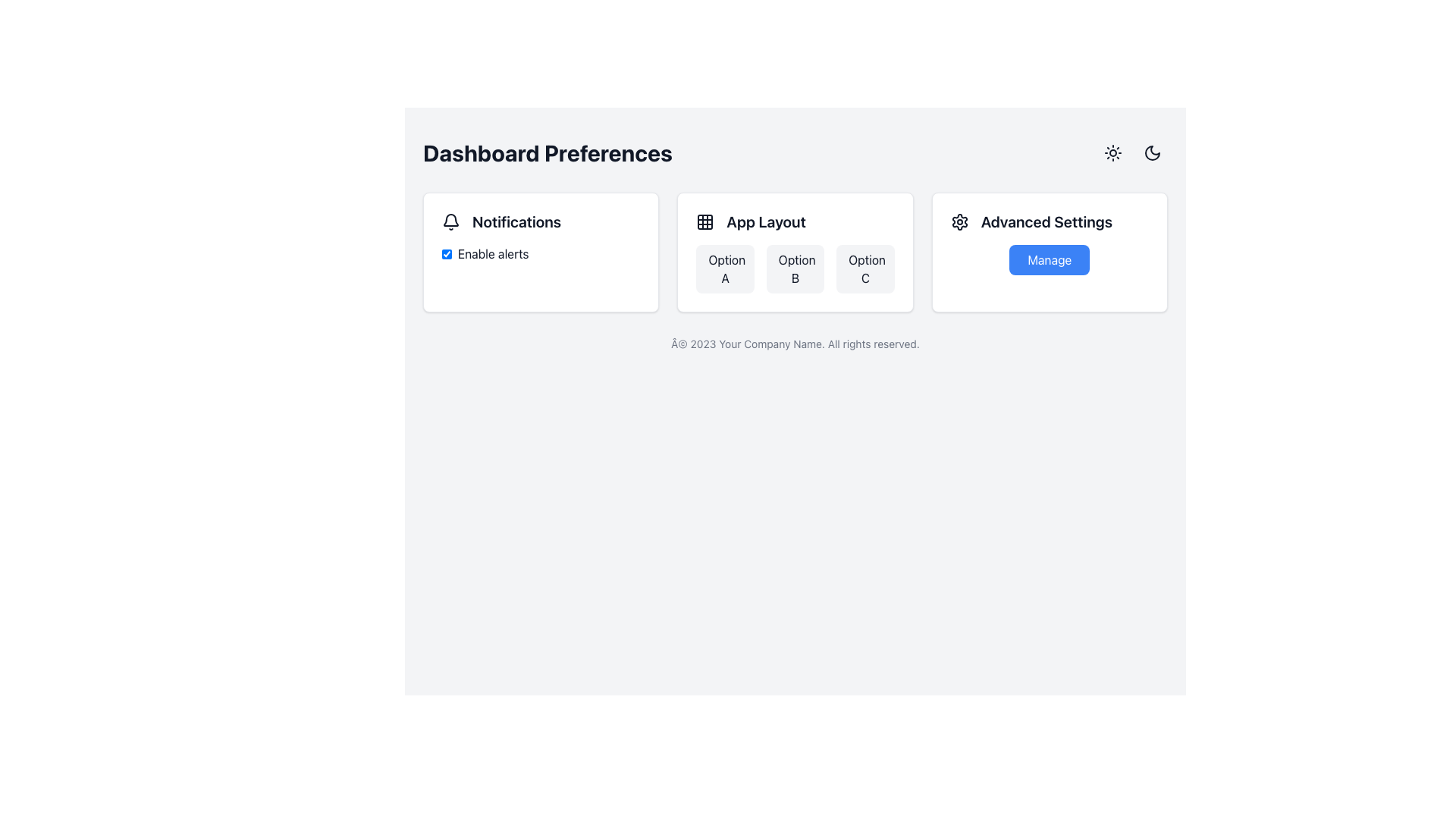  What do you see at coordinates (959, 222) in the screenshot?
I see `the intricate gear-like icon in the top-right section of the interface` at bounding box center [959, 222].